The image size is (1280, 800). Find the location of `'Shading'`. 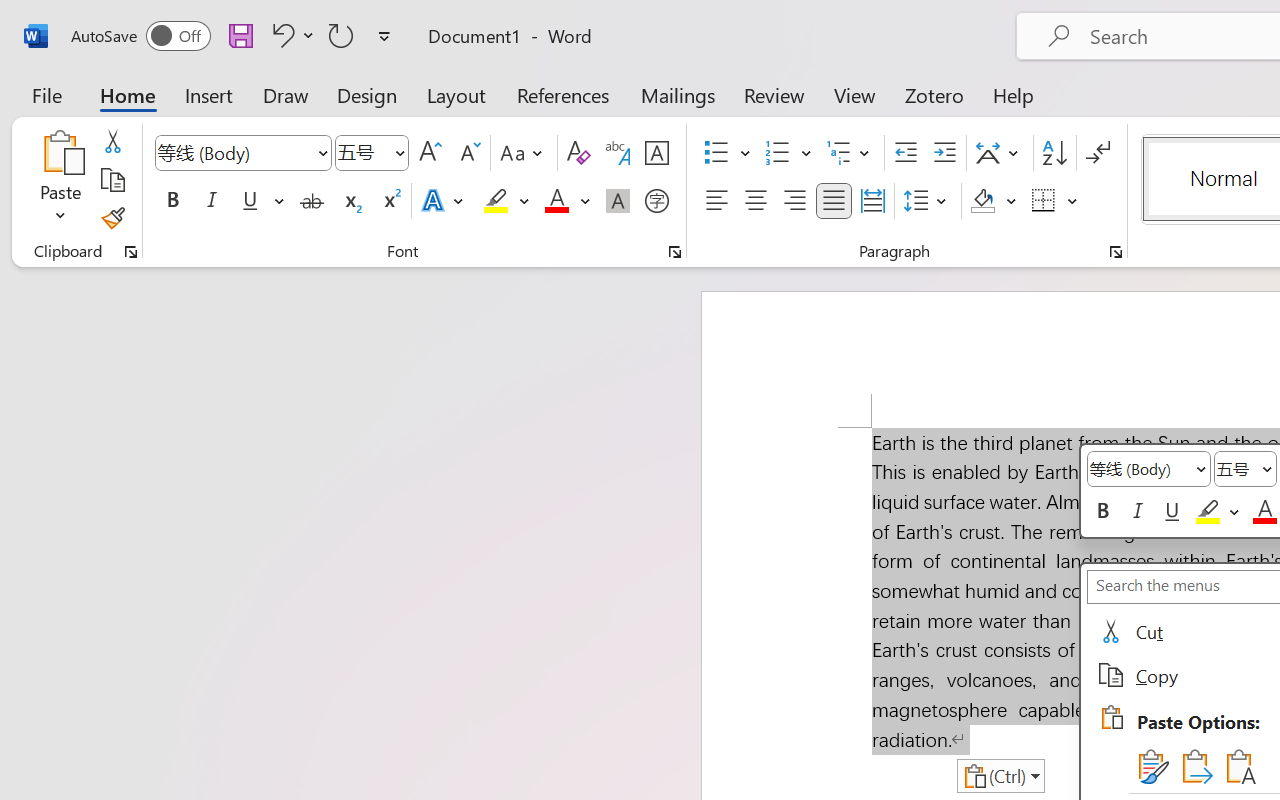

'Shading' is located at coordinates (993, 201).